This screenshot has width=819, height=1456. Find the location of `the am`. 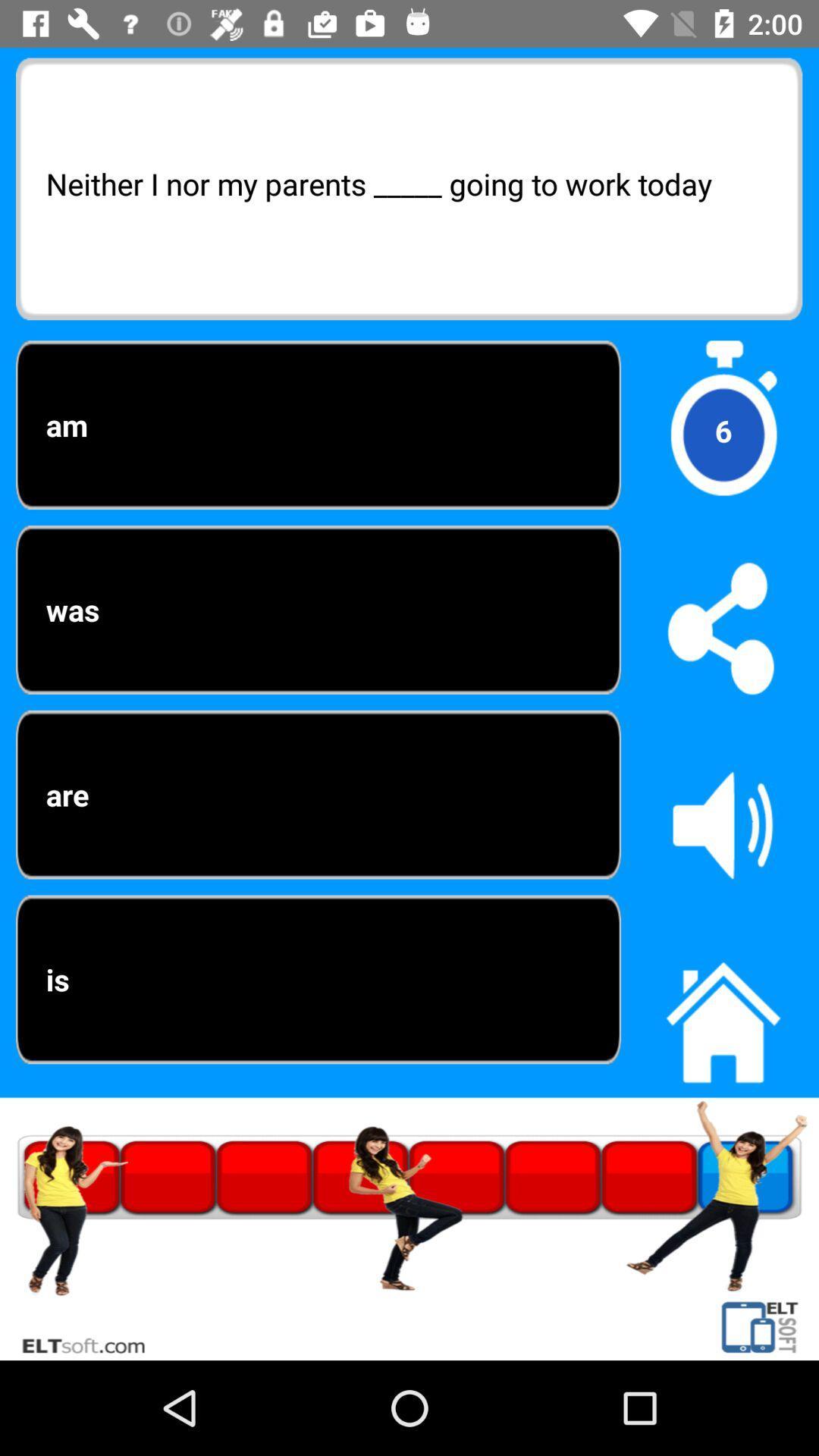

the am is located at coordinates (318, 425).